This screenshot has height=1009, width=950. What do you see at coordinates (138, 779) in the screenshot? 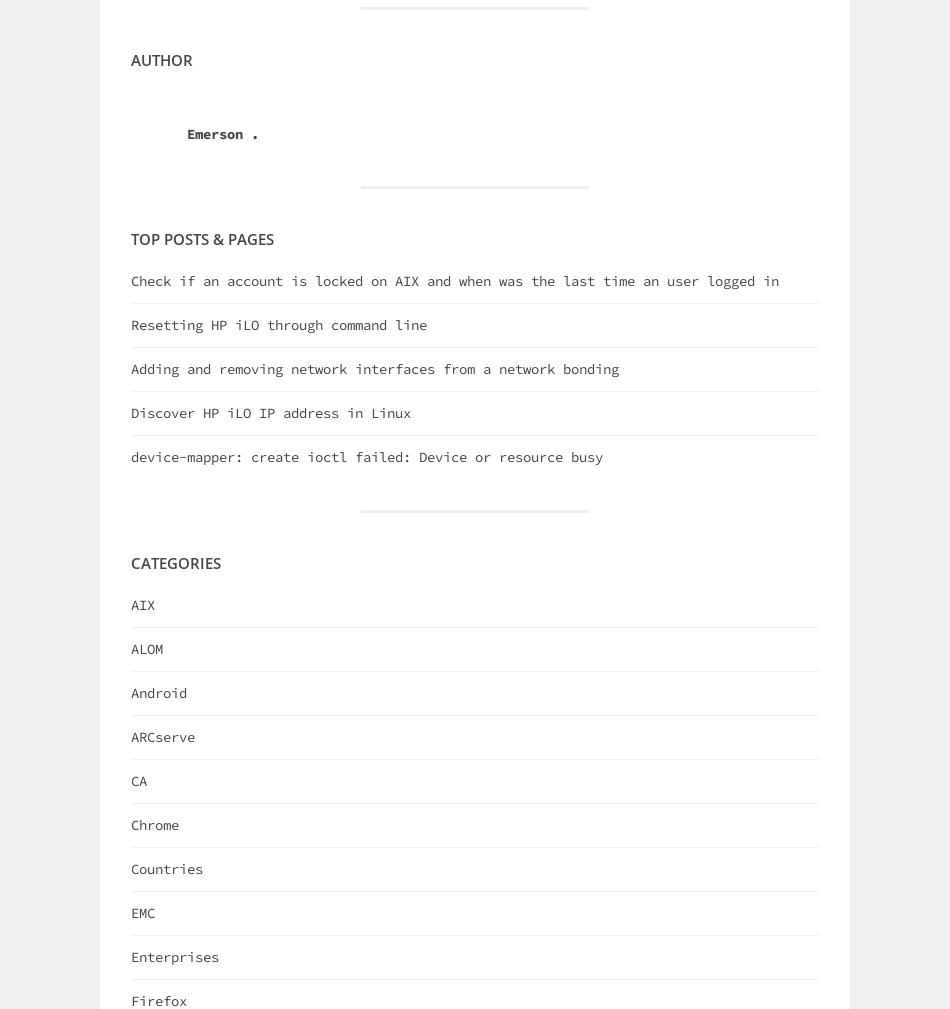
I see `'CA'` at bounding box center [138, 779].